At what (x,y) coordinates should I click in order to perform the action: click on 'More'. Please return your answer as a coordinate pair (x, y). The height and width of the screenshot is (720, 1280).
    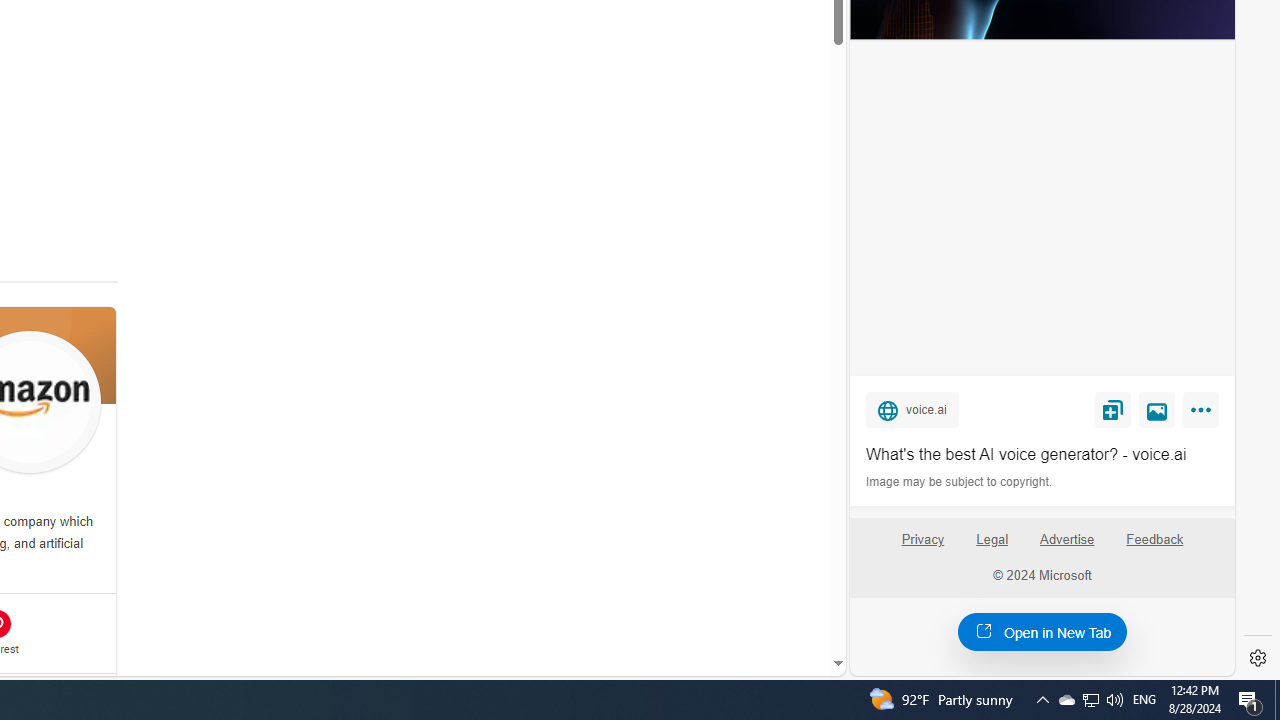
    Looking at the image, I should click on (1203, 412).